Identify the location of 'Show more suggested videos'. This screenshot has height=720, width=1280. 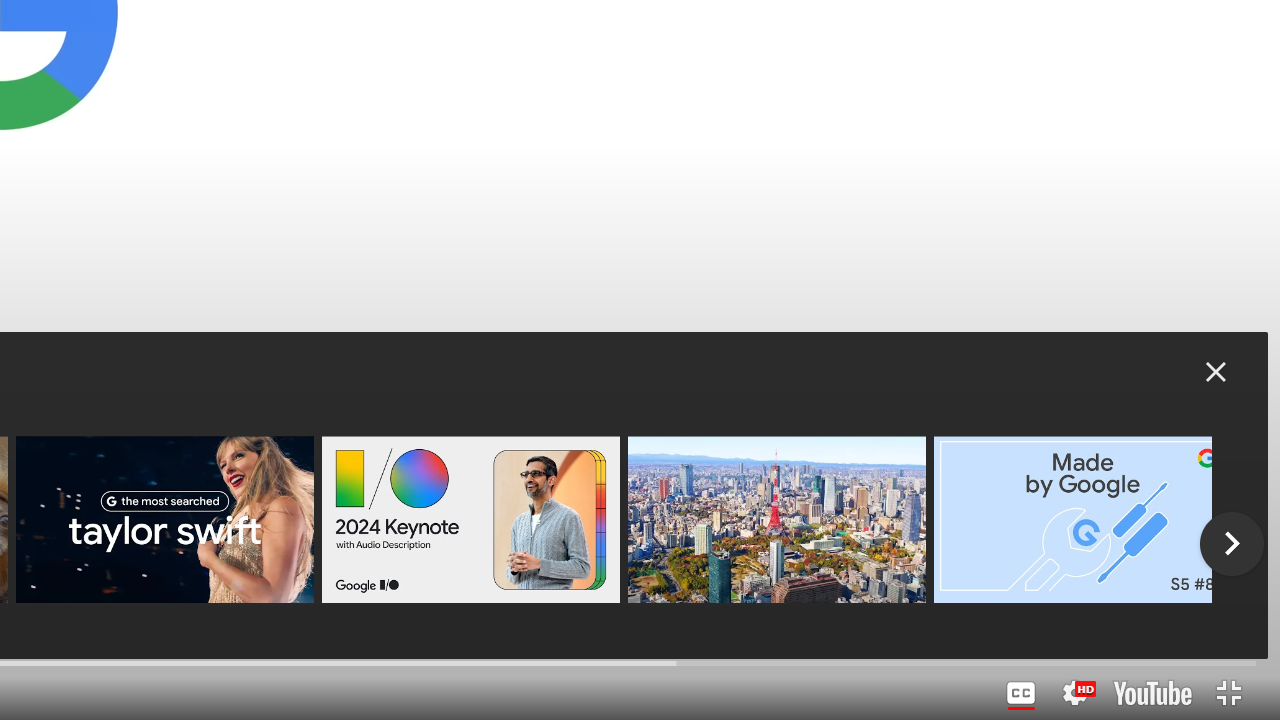
(1231, 543).